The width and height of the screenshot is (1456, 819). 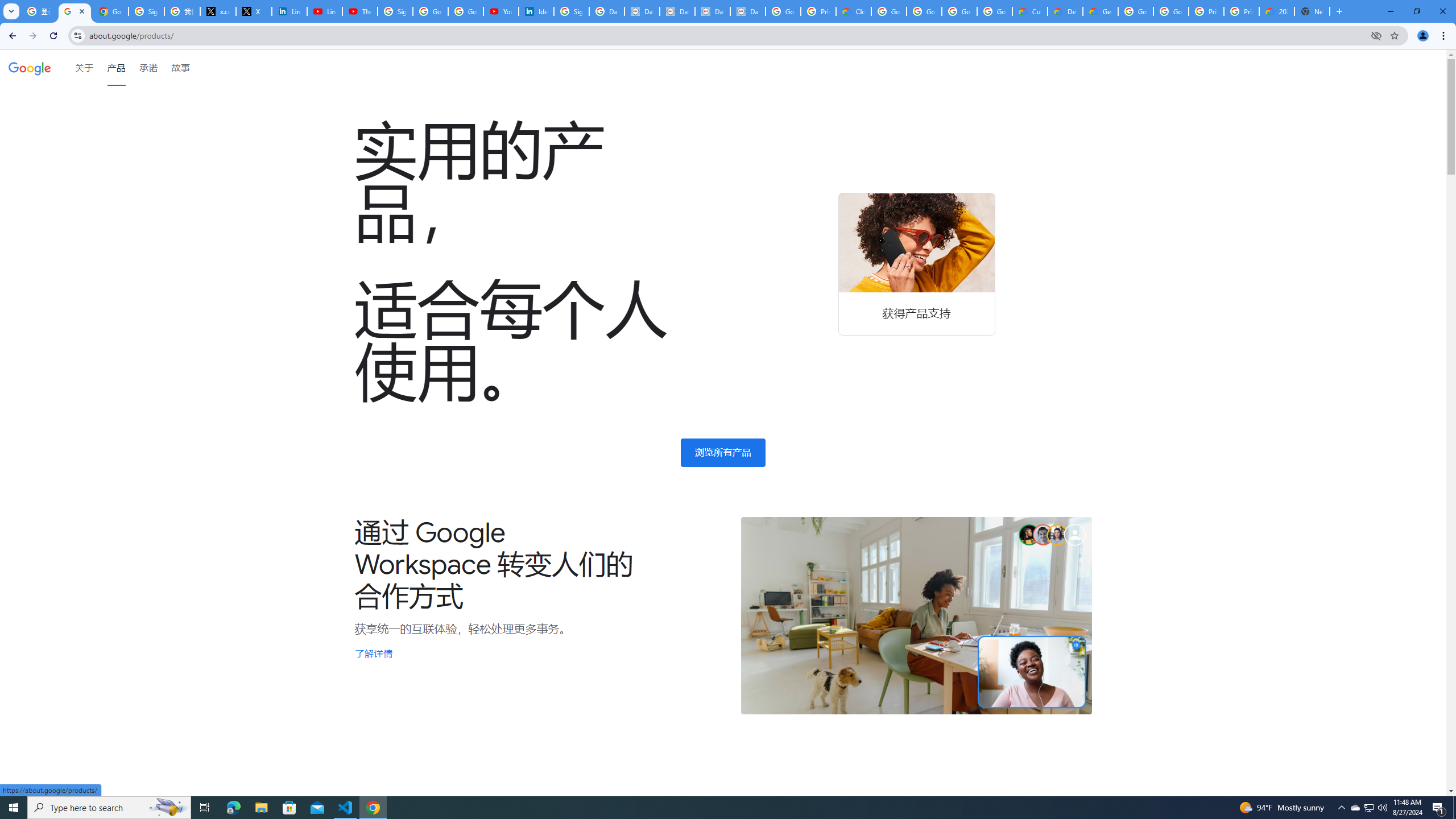 What do you see at coordinates (1135, 11) in the screenshot?
I see `'Google Cloud Platform'` at bounding box center [1135, 11].